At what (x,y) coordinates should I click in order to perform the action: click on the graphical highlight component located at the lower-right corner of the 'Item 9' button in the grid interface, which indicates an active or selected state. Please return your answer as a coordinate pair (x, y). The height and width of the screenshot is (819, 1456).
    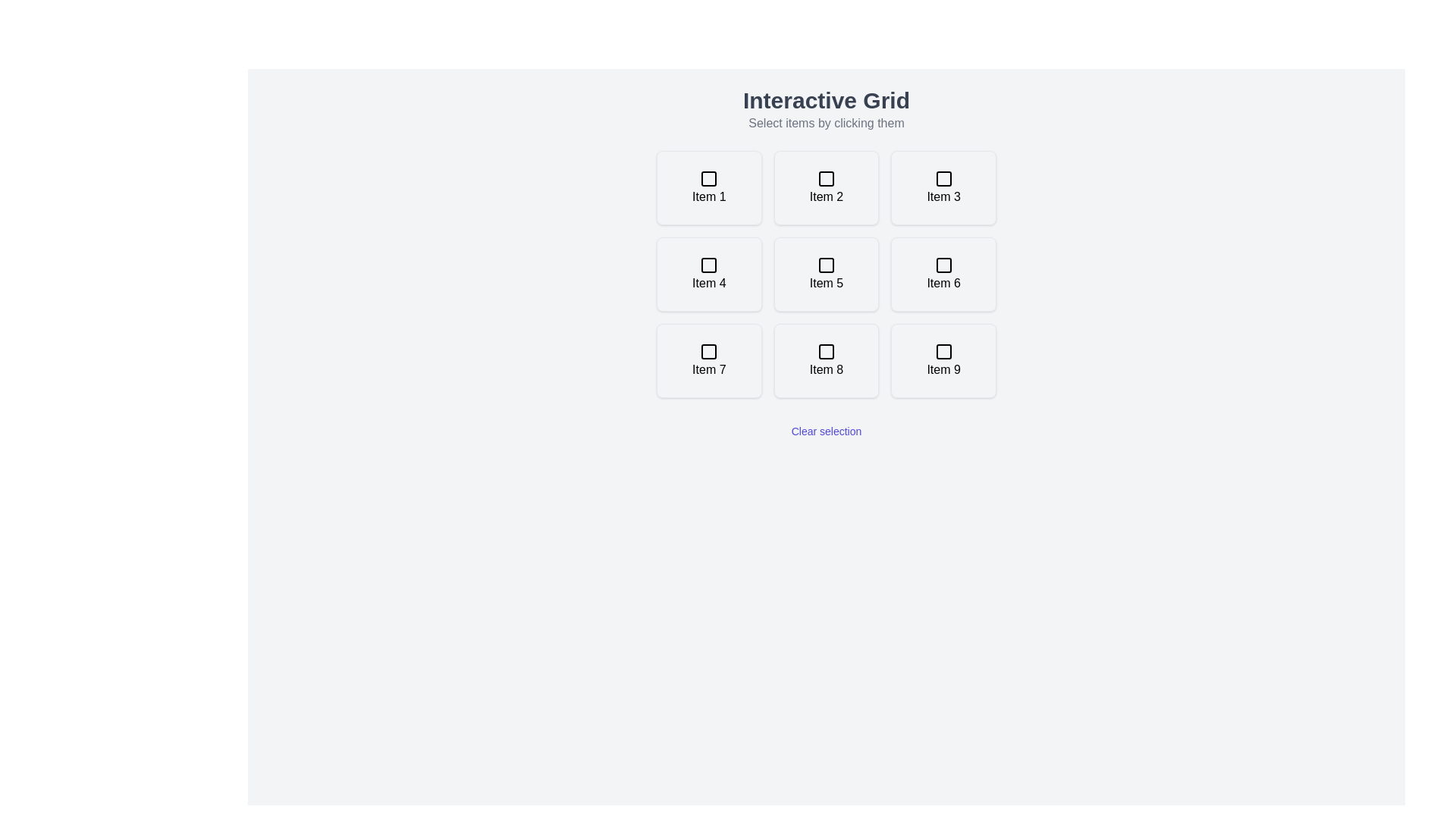
    Looking at the image, I should click on (943, 351).